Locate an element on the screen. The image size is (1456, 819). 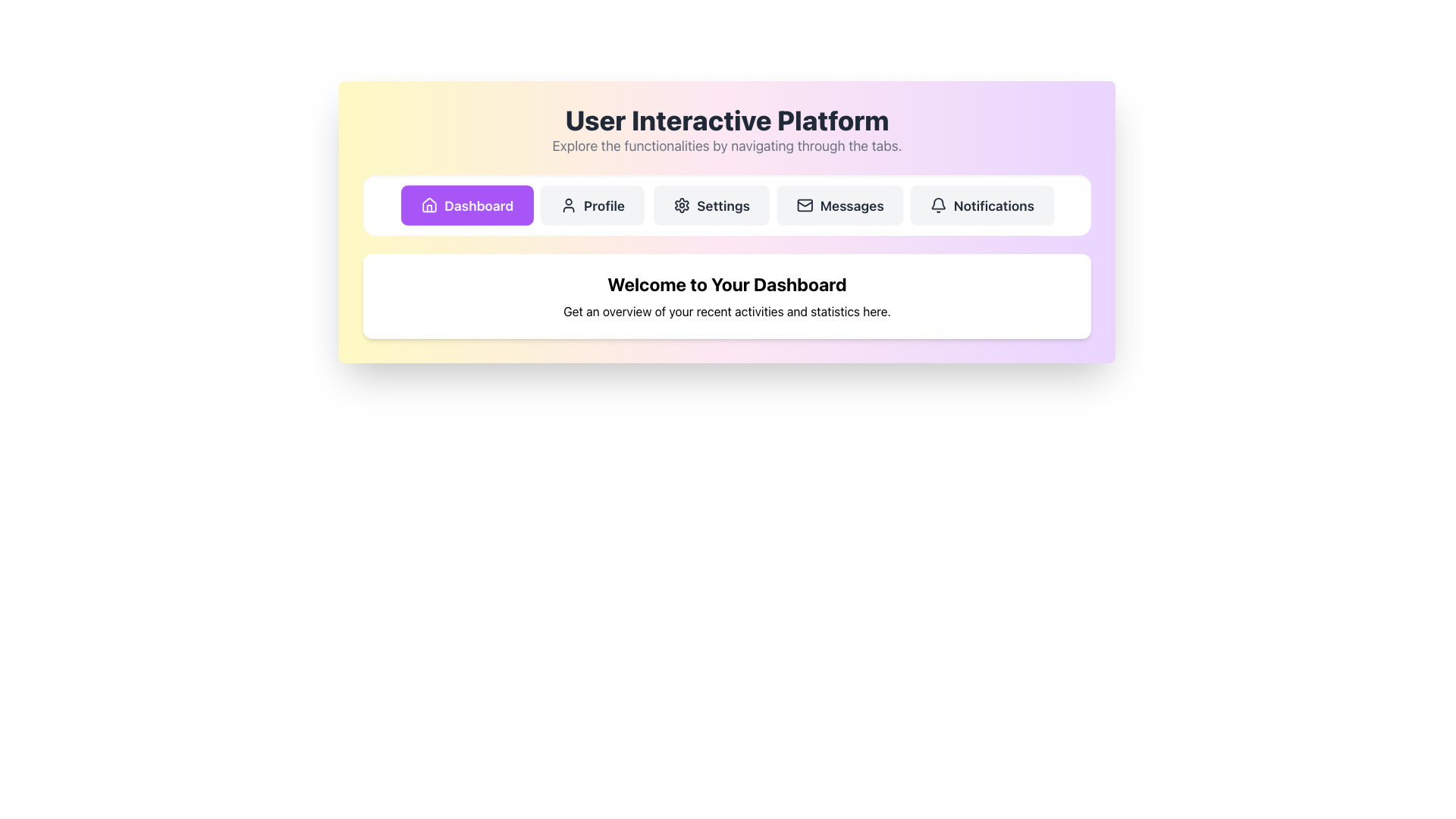
the 'Settings' tab in the Navigation bar is located at coordinates (726, 205).